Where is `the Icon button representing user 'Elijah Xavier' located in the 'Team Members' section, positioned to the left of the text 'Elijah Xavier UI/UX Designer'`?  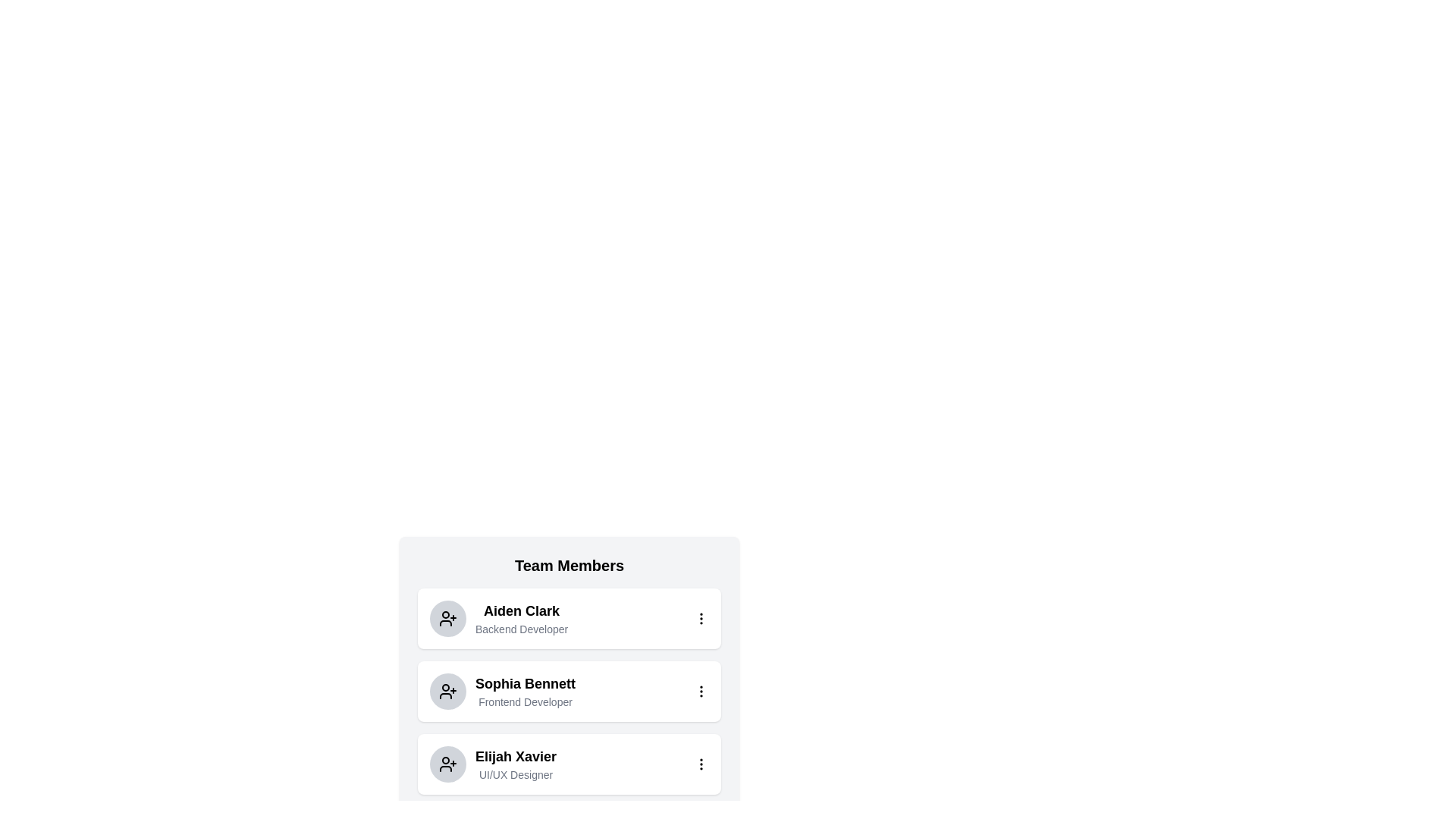
the Icon button representing user 'Elijah Xavier' located in the 'Team Members' section, positioned to the left of the text 'Elijah Xavier UI/UX Designer' is located at coordinates (447, 764).